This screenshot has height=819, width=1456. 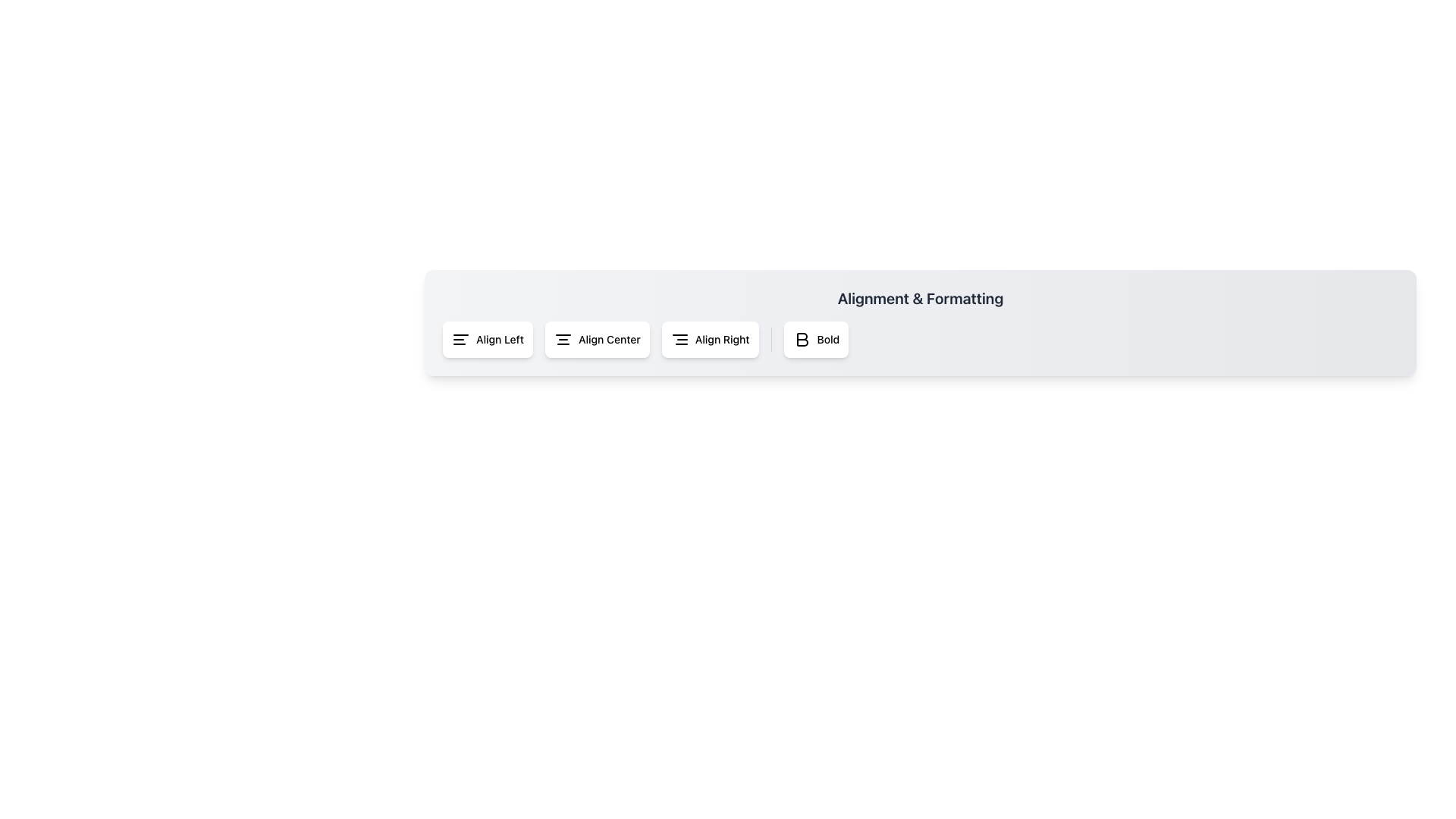 What do you see at coordinates (815, 338) in the screenshot?
I see `the 'Bold' button with a white background and a bold 'B' icon` at bounding box center [815, 338].